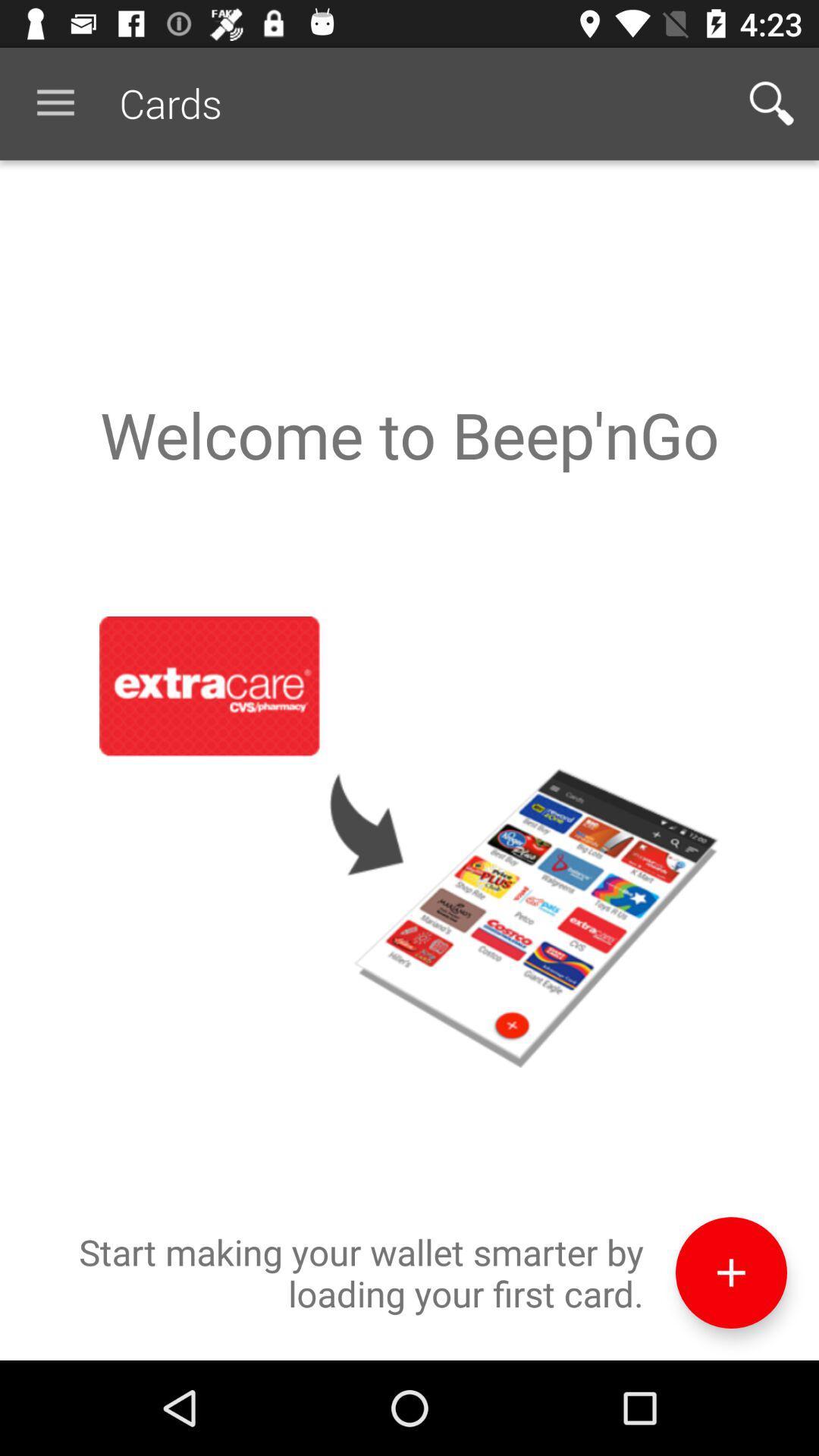 The height and width of the screenshot is (1456, 819). Describe the element at coordinates (55, 102) in the screenshot. I see `icon next to cards item` at that location.